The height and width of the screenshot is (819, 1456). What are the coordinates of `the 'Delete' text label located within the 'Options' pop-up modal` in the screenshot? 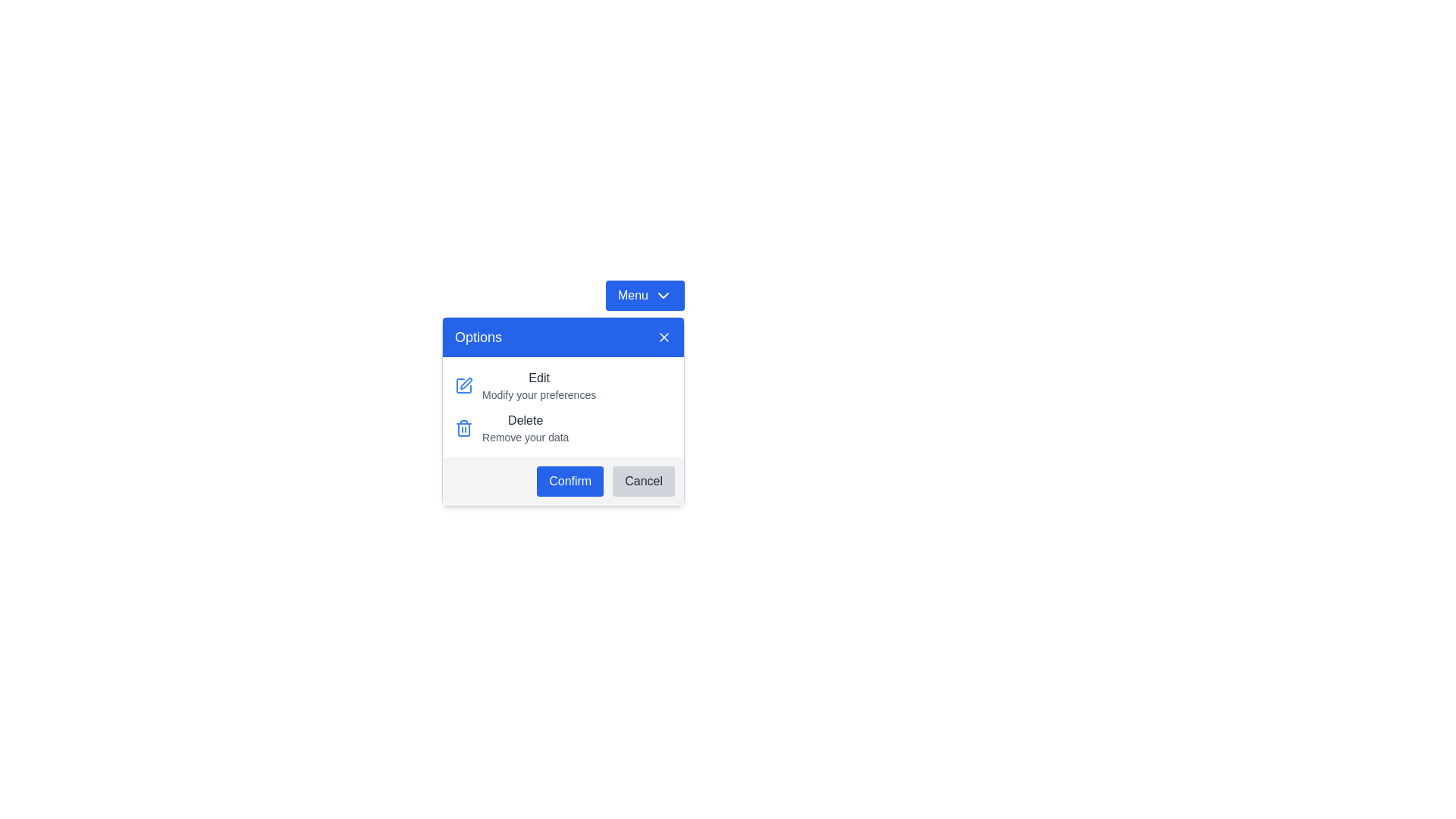 It's located at (526, 421).